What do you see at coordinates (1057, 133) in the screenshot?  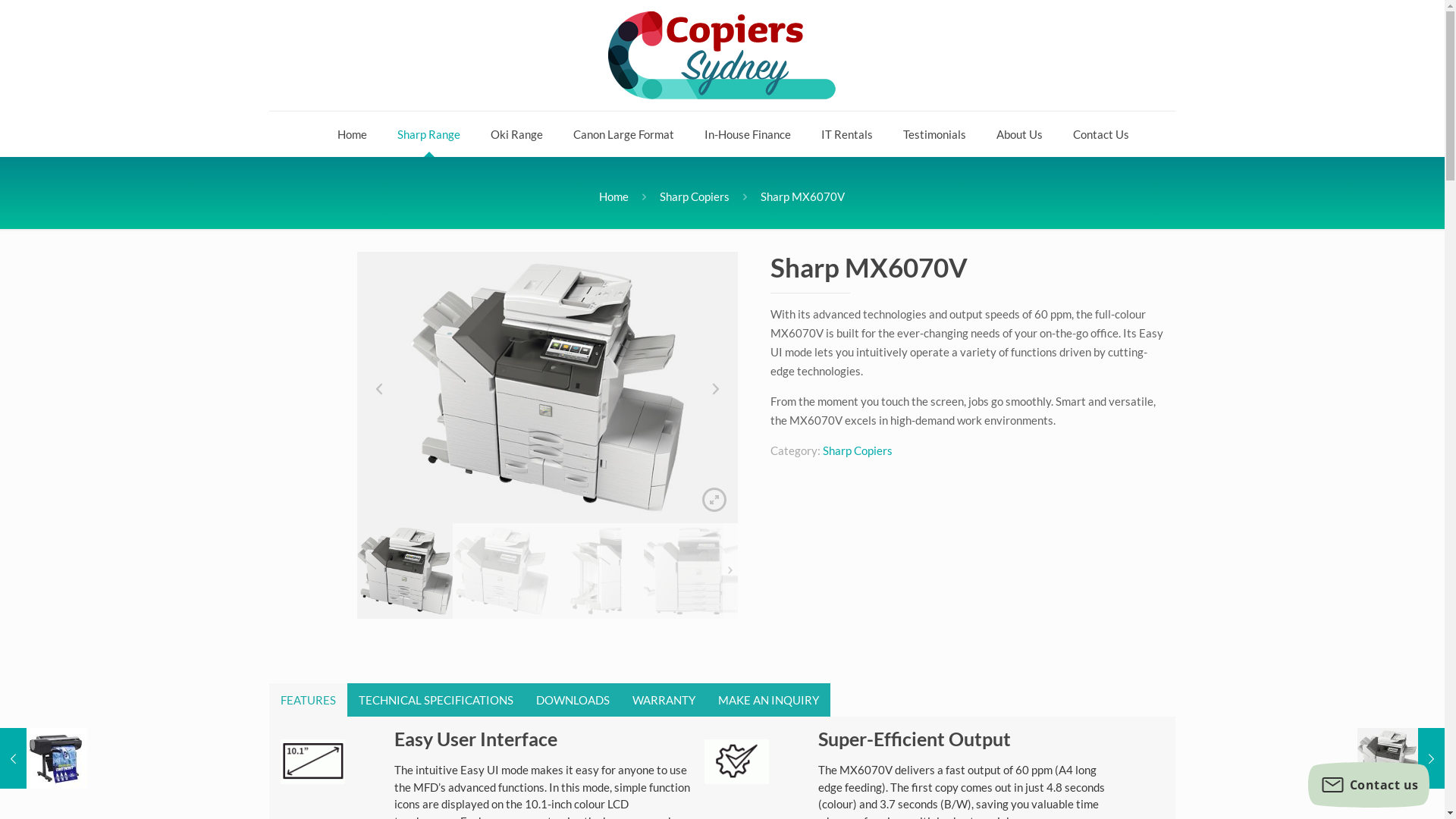 I see `'Contact Us'` at bounding box center [1057, 133].